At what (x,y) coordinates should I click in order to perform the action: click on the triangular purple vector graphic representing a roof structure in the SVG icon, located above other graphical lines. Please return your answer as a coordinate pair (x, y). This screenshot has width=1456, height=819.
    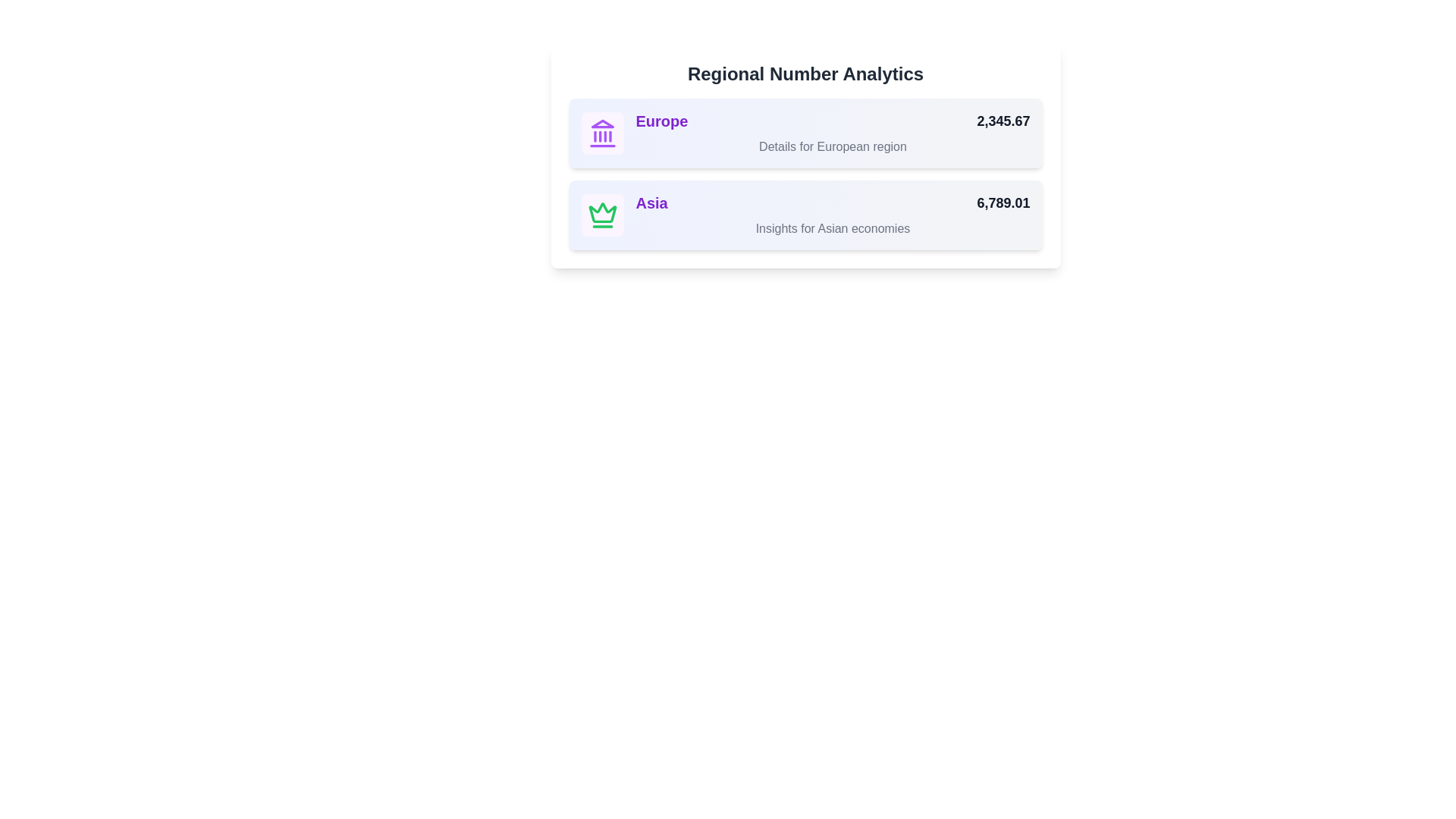
    Looking at the image, I should click on (601, 123).